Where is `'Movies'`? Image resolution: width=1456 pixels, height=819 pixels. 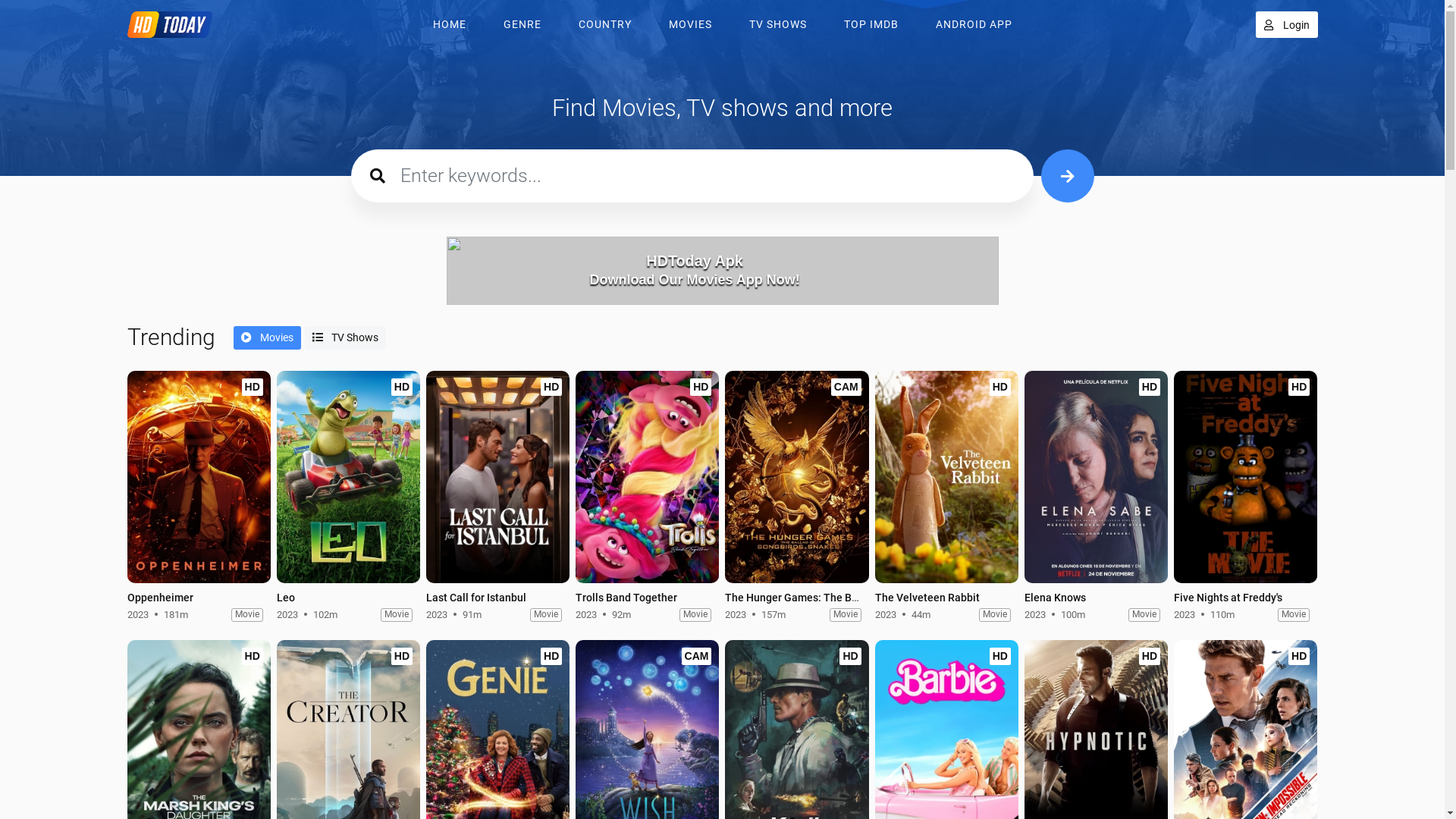
'Movies' is located at coordinates (267, 337).